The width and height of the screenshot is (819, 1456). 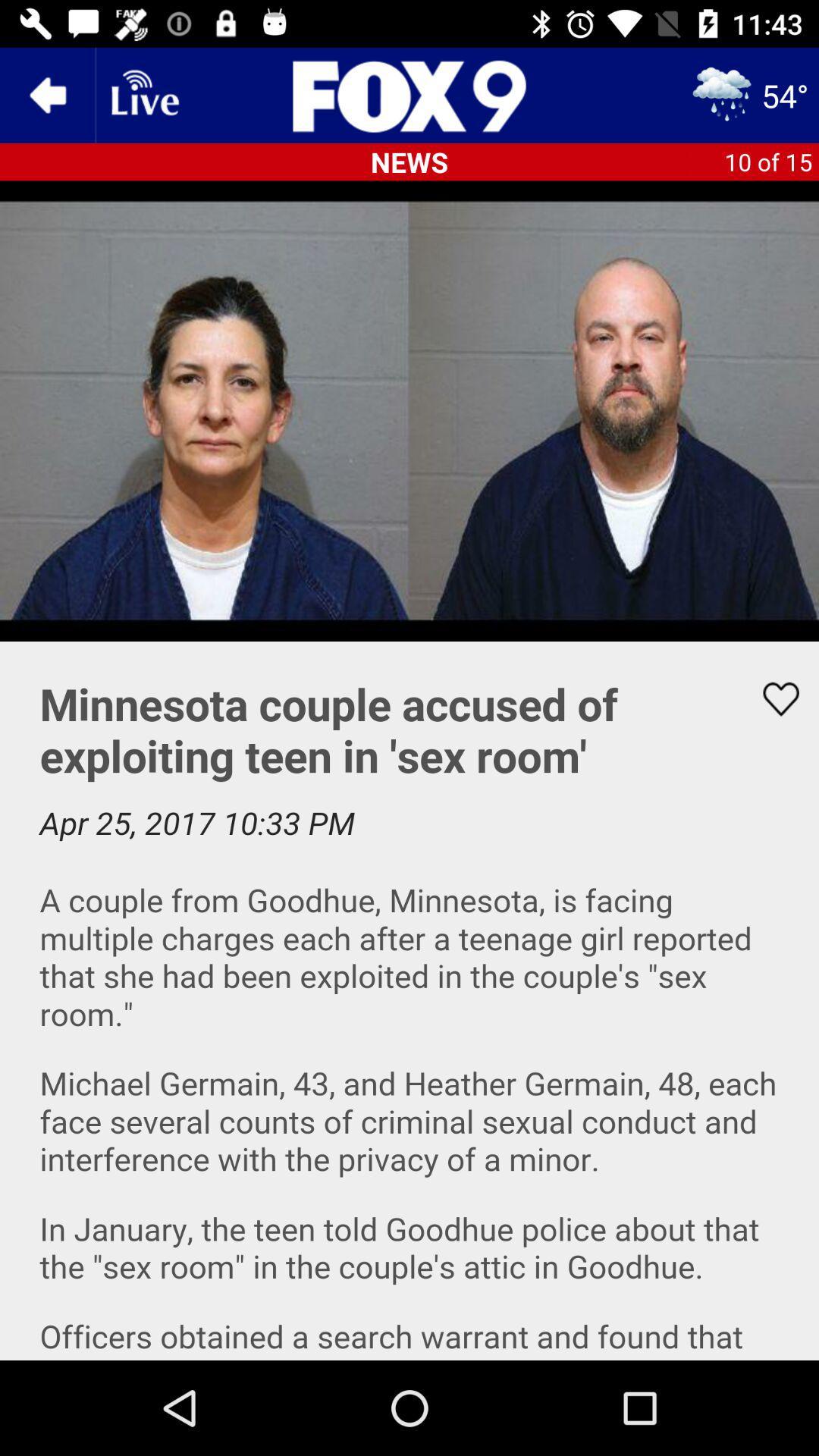 What do you see at coordinates (409, 94) in the screenshot?
I see `main page` at bounding box center [409, 94].